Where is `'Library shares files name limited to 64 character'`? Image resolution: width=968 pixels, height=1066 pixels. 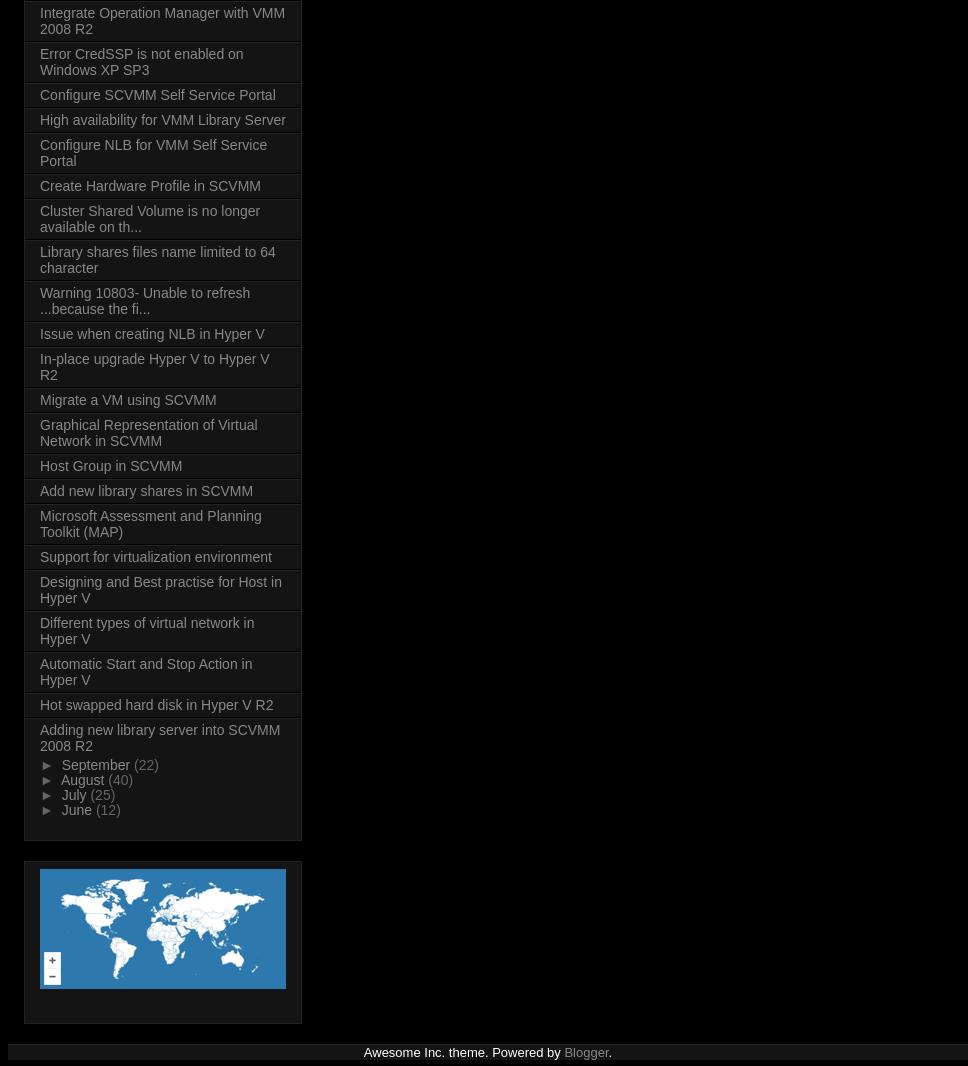 'Library shares files name limited to 64 character' is located at coordinates (156, 258).